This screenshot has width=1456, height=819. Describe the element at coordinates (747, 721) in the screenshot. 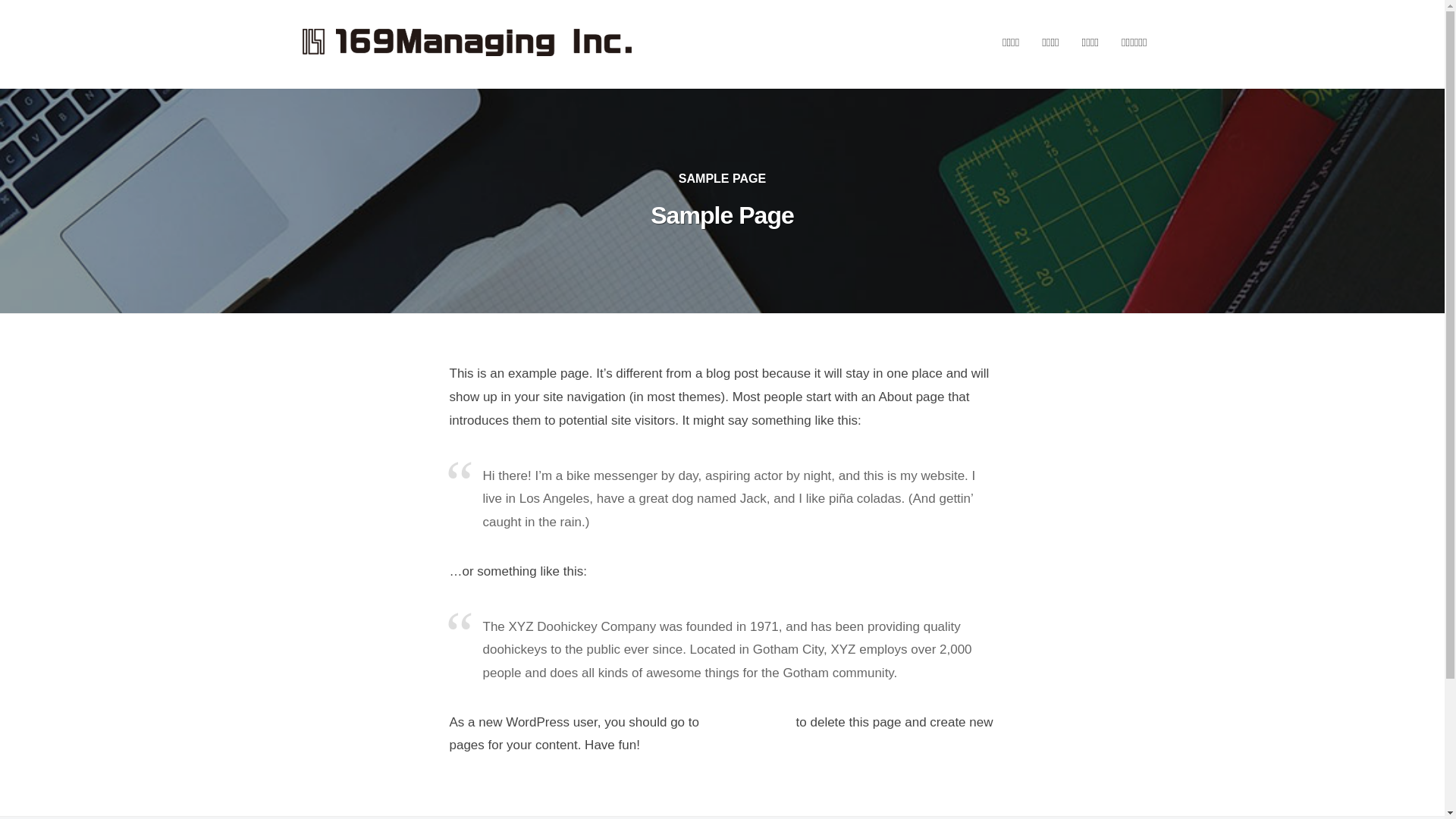

I see `'your dashboard'` at that location.